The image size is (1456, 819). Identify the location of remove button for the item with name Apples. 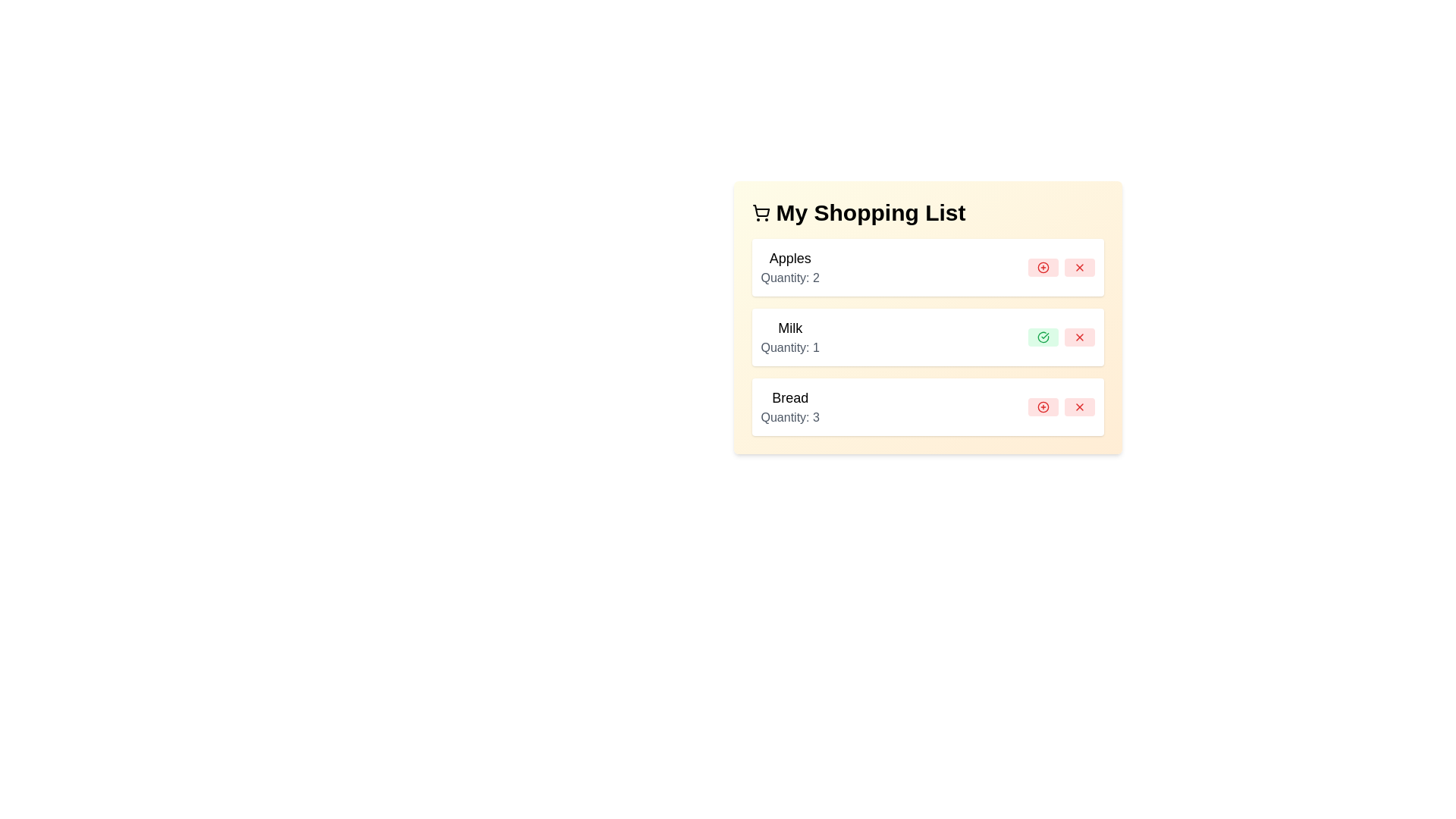
(1078, 267).